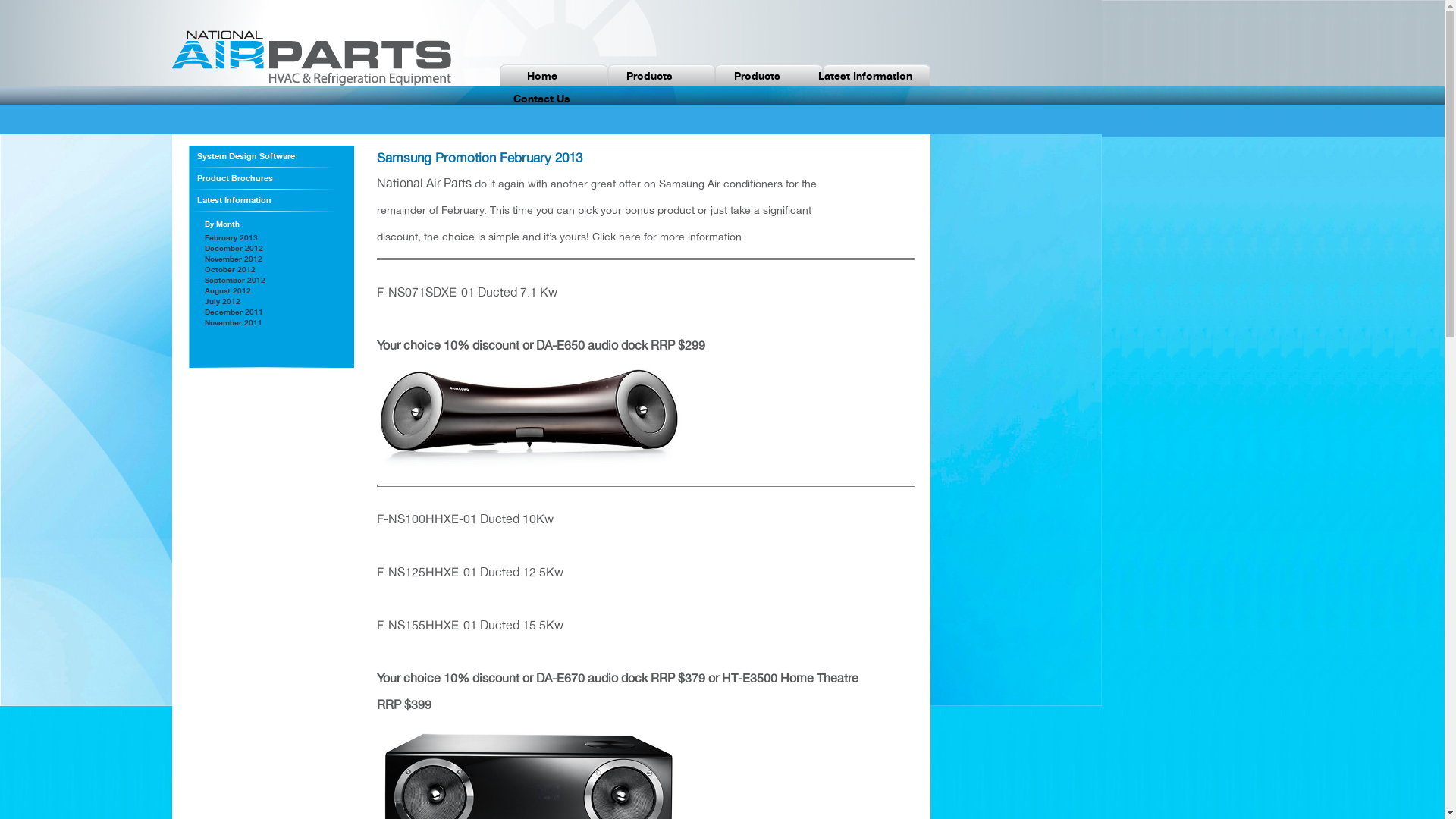 The image size is (1456, 819). Describe the element at coordinates (542, 76) in the screenshot. I see `'Home'` at that location.